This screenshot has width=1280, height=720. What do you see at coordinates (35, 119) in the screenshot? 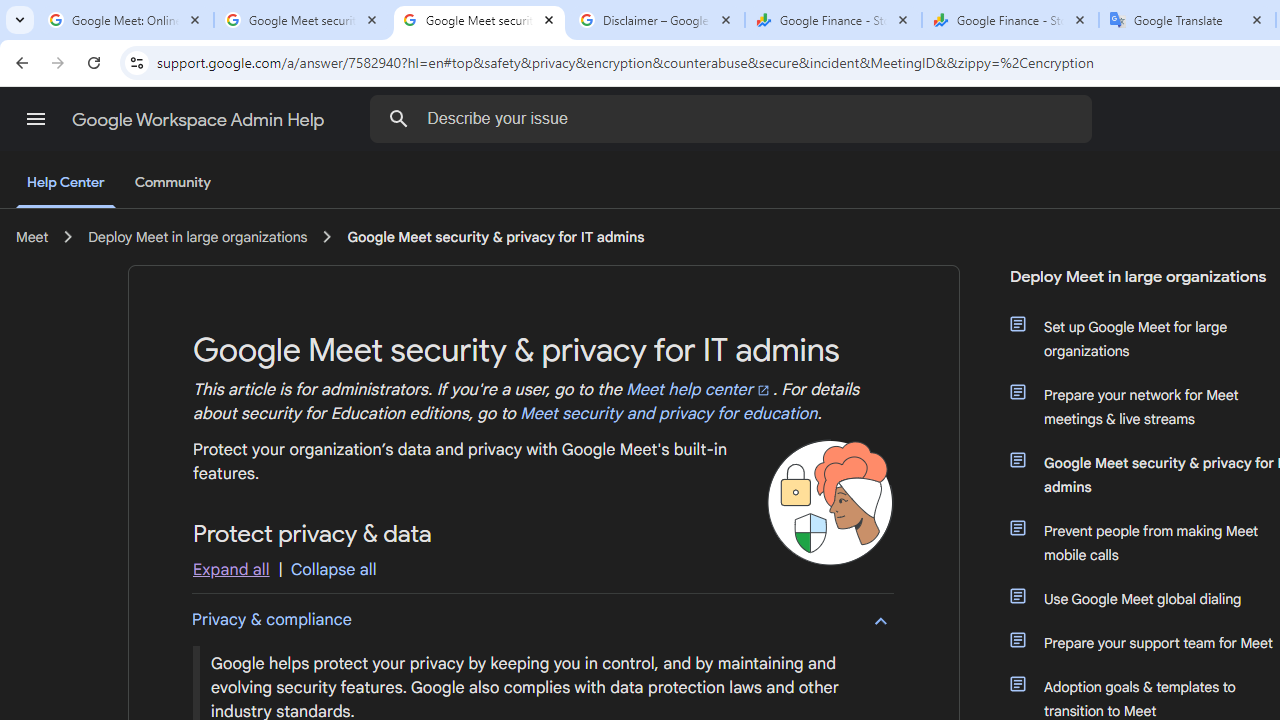
I see `'Main menu'` at bounding box center [35, 119].